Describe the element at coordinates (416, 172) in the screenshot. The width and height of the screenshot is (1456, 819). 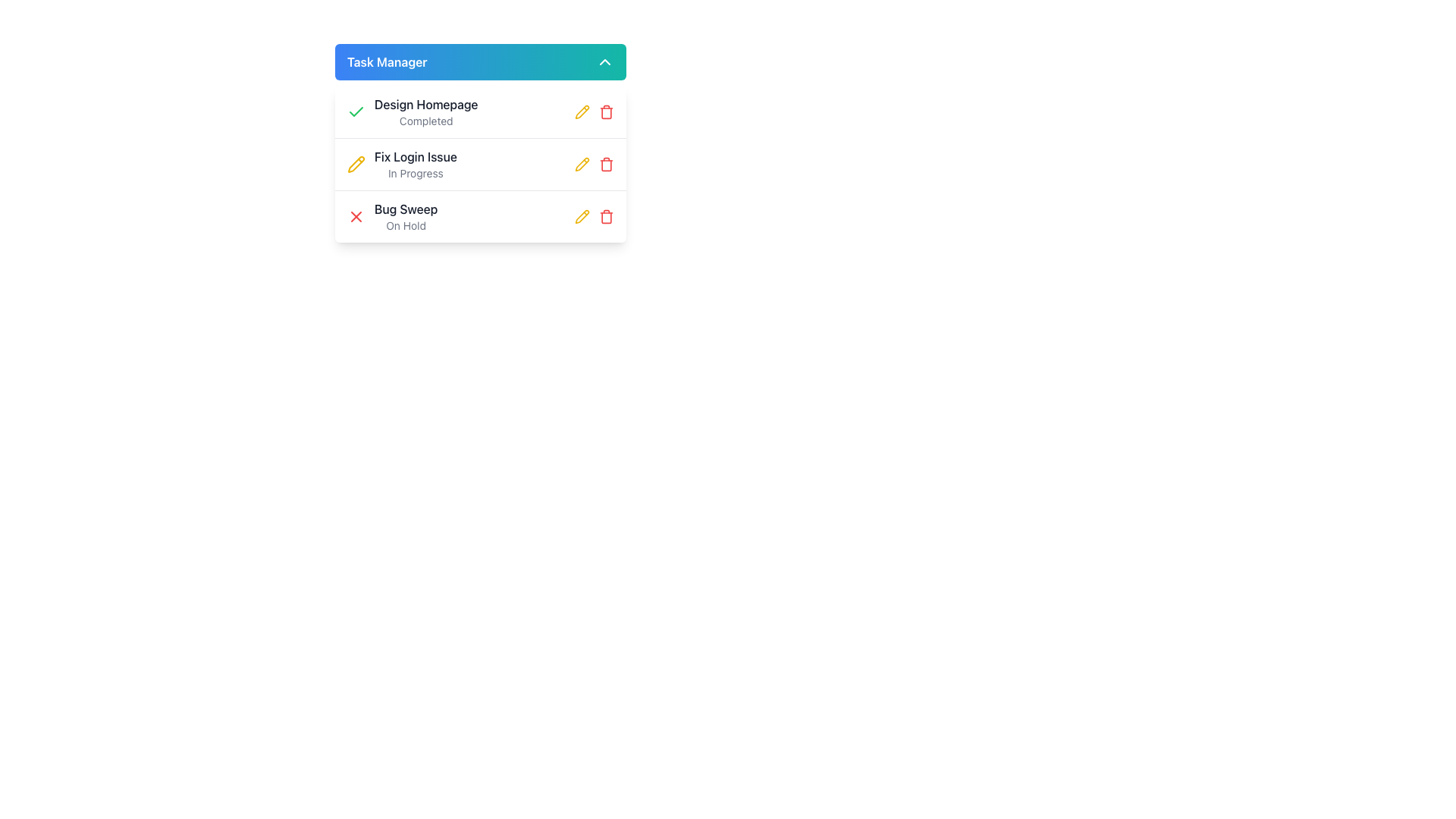
I see `the 'In Progress' label element, which is a small gray text status indicator located below the task 'Fix Login Issue' in the task management interface` at that location.